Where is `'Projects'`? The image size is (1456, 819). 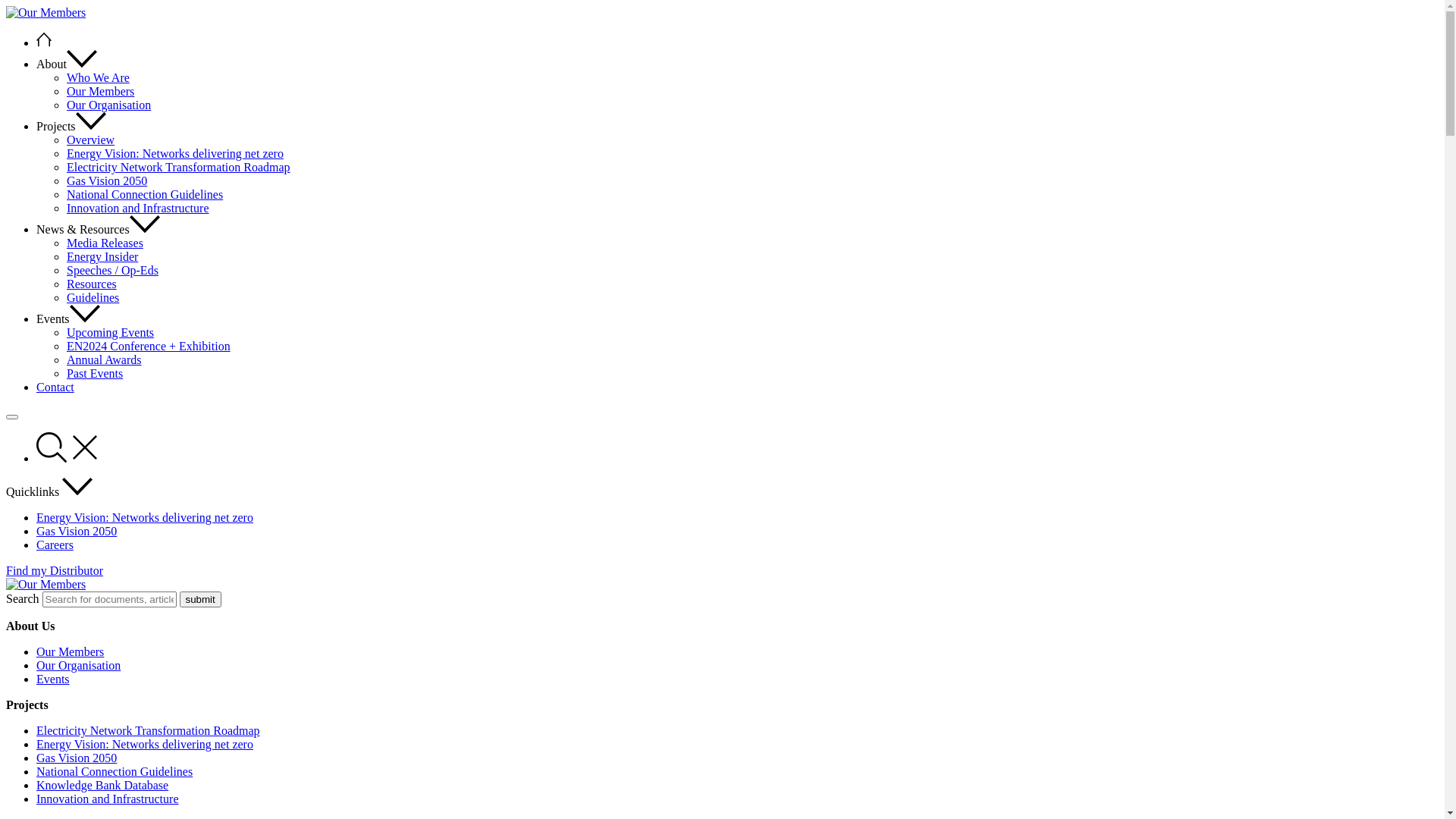 'Projects' is located at coordinates (71, 125).